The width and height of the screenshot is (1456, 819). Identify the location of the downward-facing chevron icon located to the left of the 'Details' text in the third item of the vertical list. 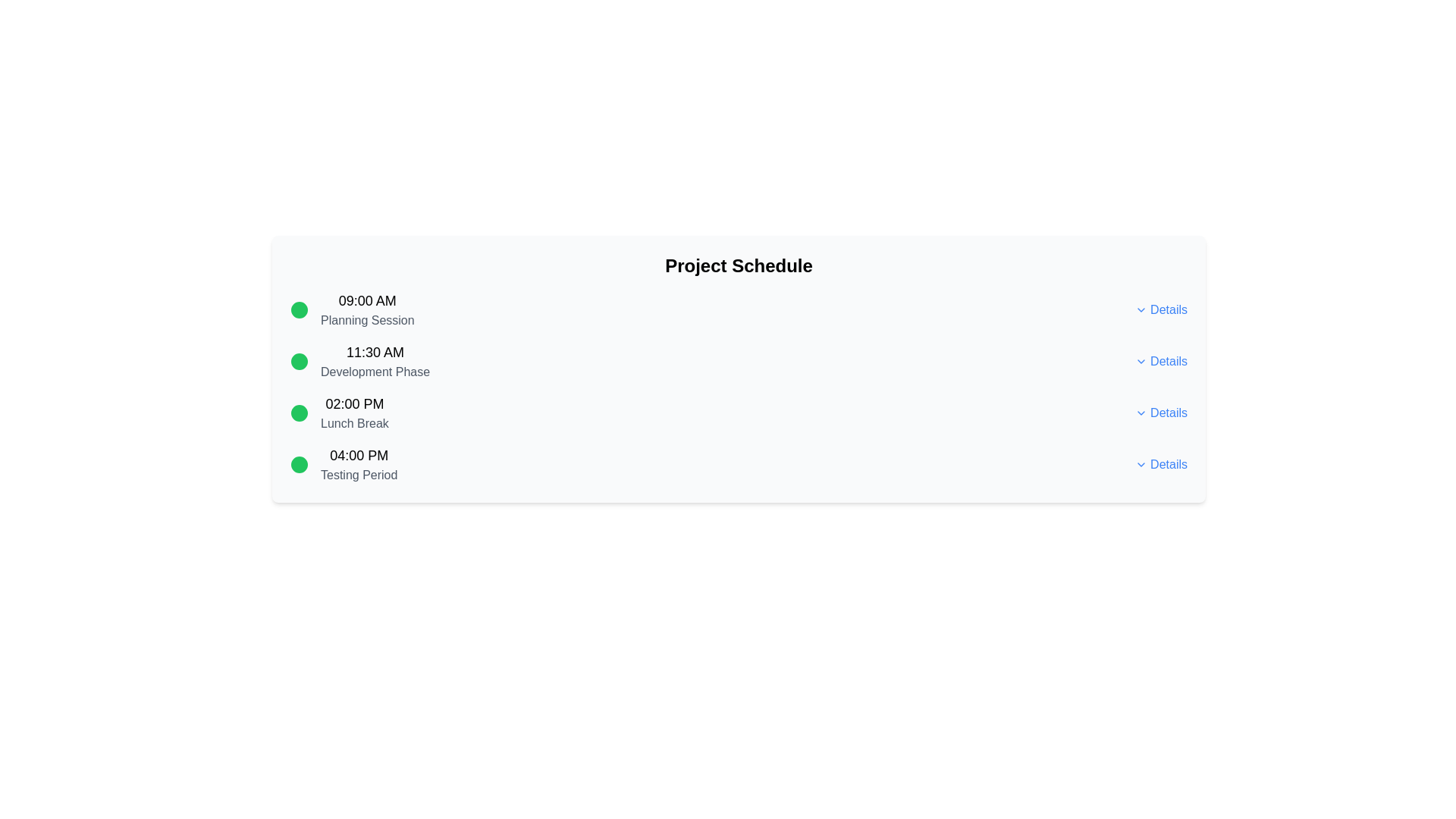
(1141, 413).